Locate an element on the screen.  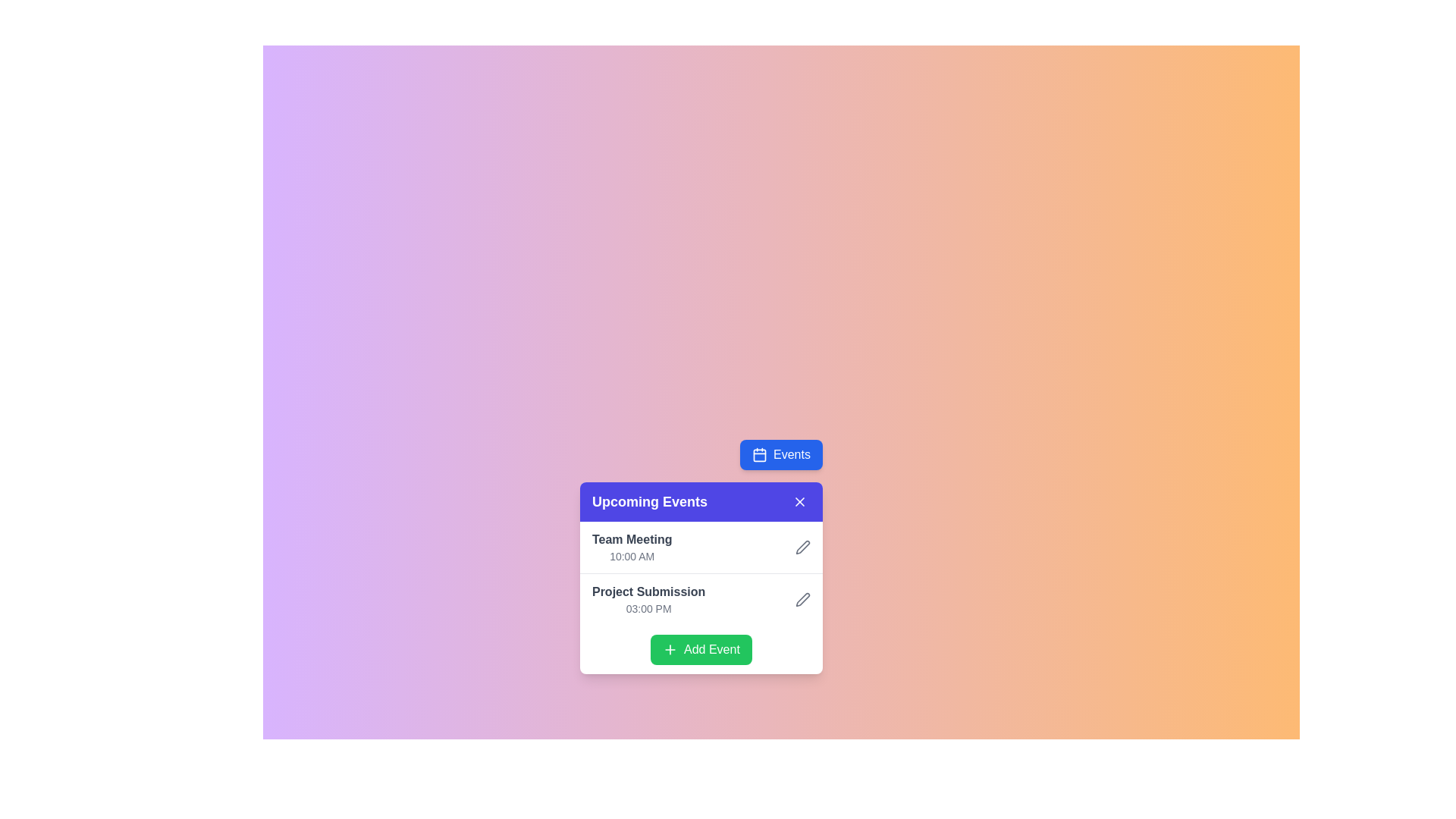
the 'Add Event' button located at the bottom center of the modal is located at coordinates (700, 648).